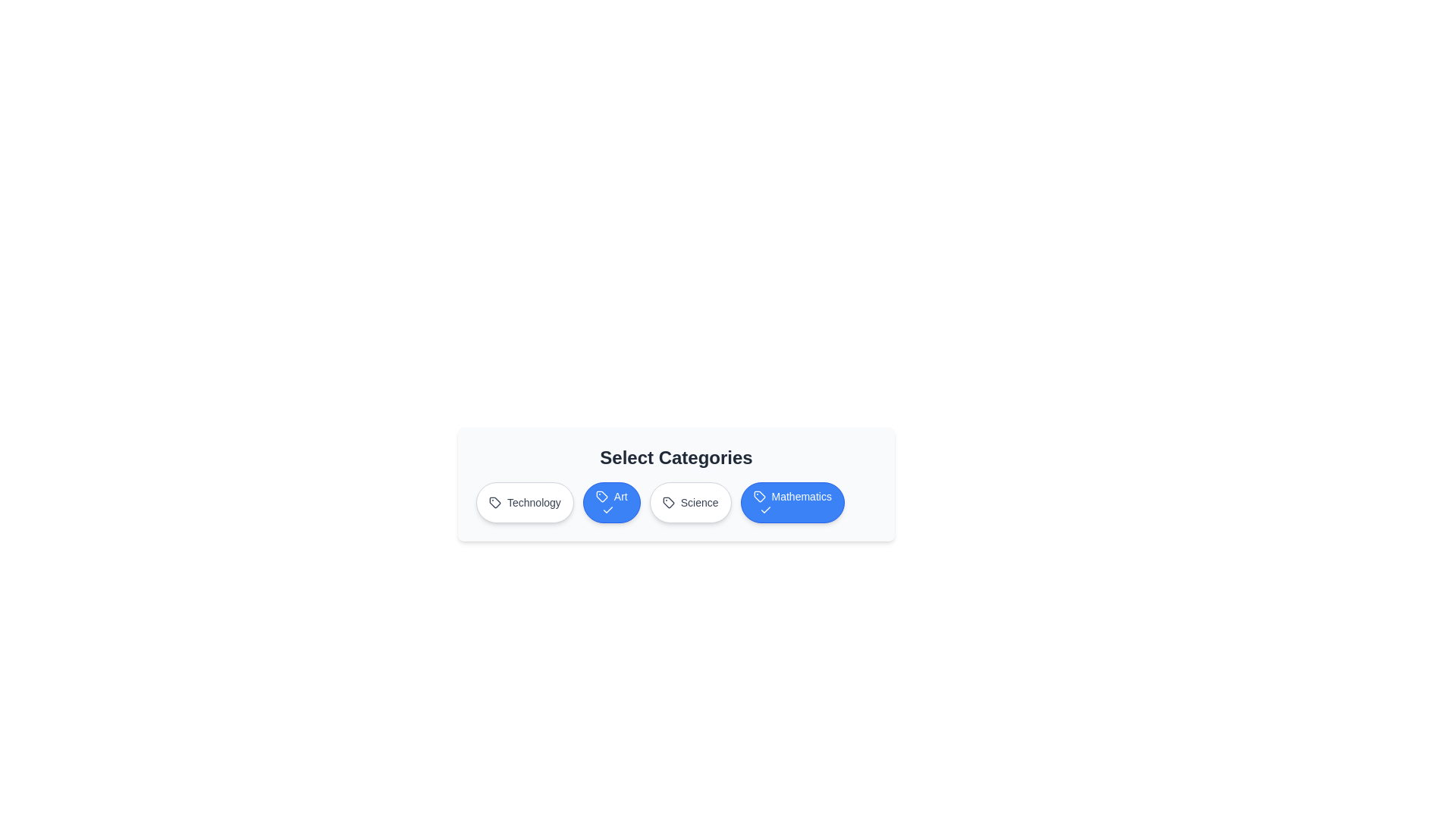  What do you see at coordinates (792, 503) in the screenshot?
I see `the category button labeled 'Mathematics'` at bounding box center [792, 503].